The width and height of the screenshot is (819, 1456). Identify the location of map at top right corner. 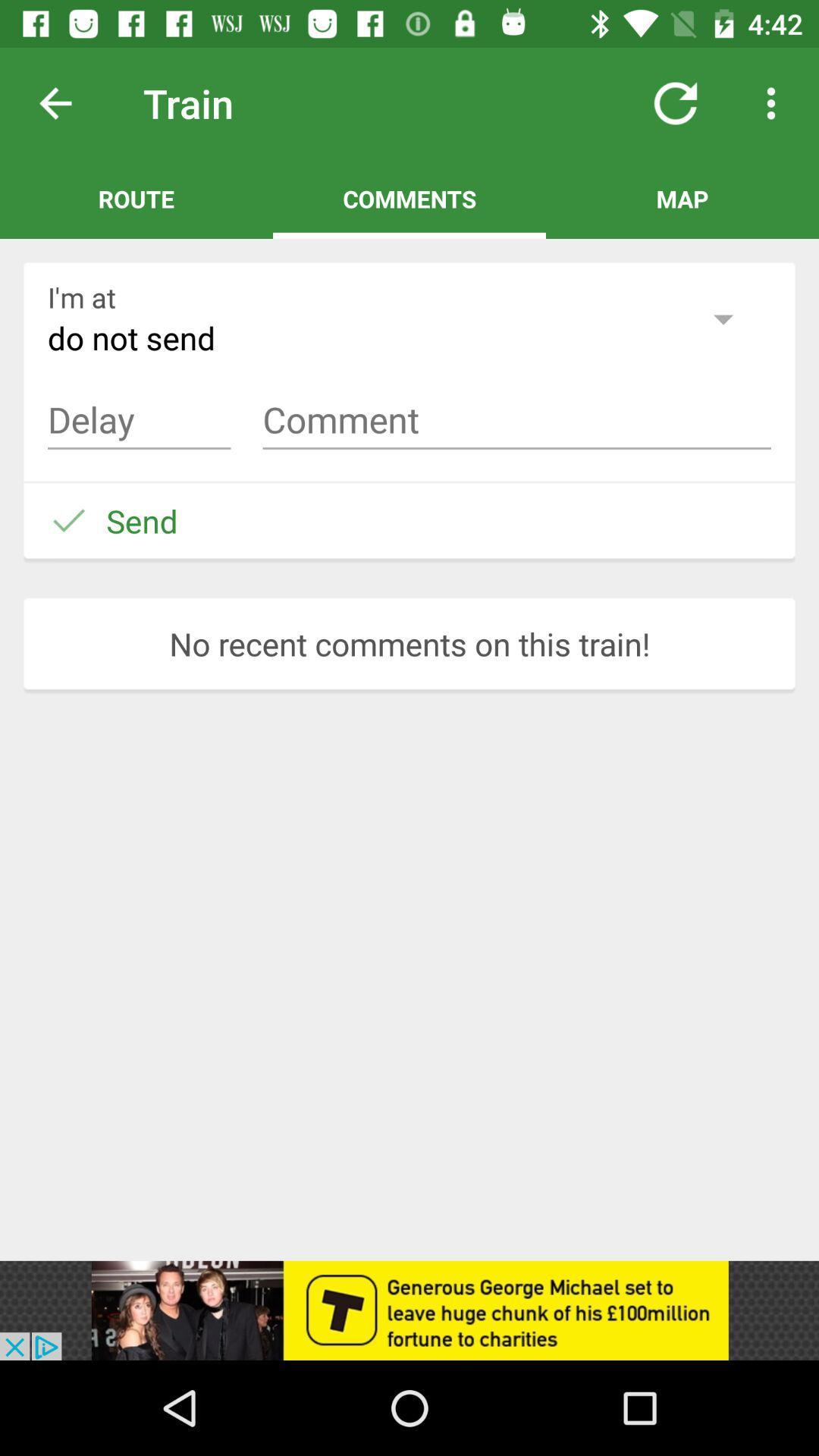
(681, 198).